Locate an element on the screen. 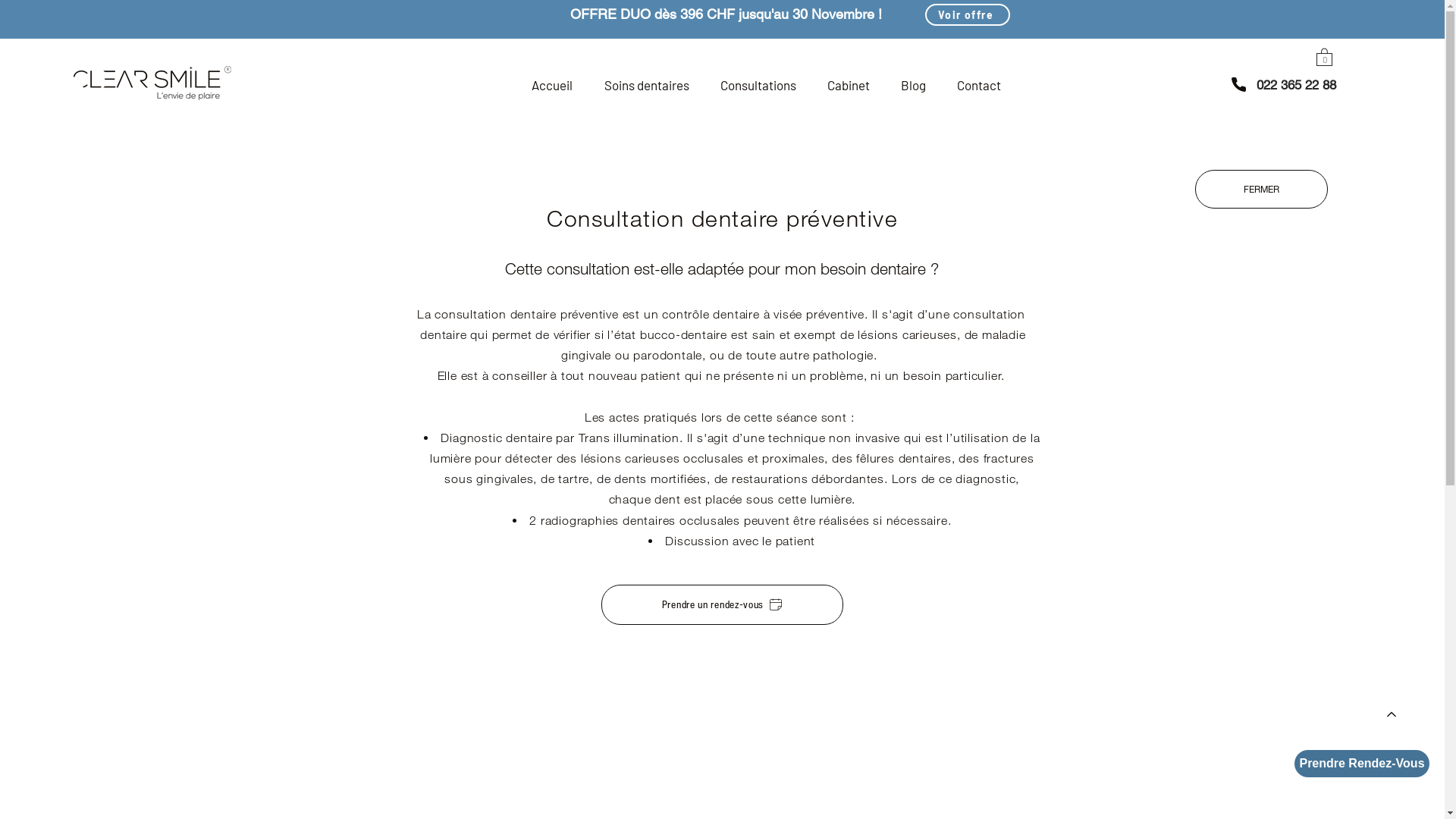 This screenshot has height=819, width=1456. 'Voir offre' is located at coordinates (967, 14).